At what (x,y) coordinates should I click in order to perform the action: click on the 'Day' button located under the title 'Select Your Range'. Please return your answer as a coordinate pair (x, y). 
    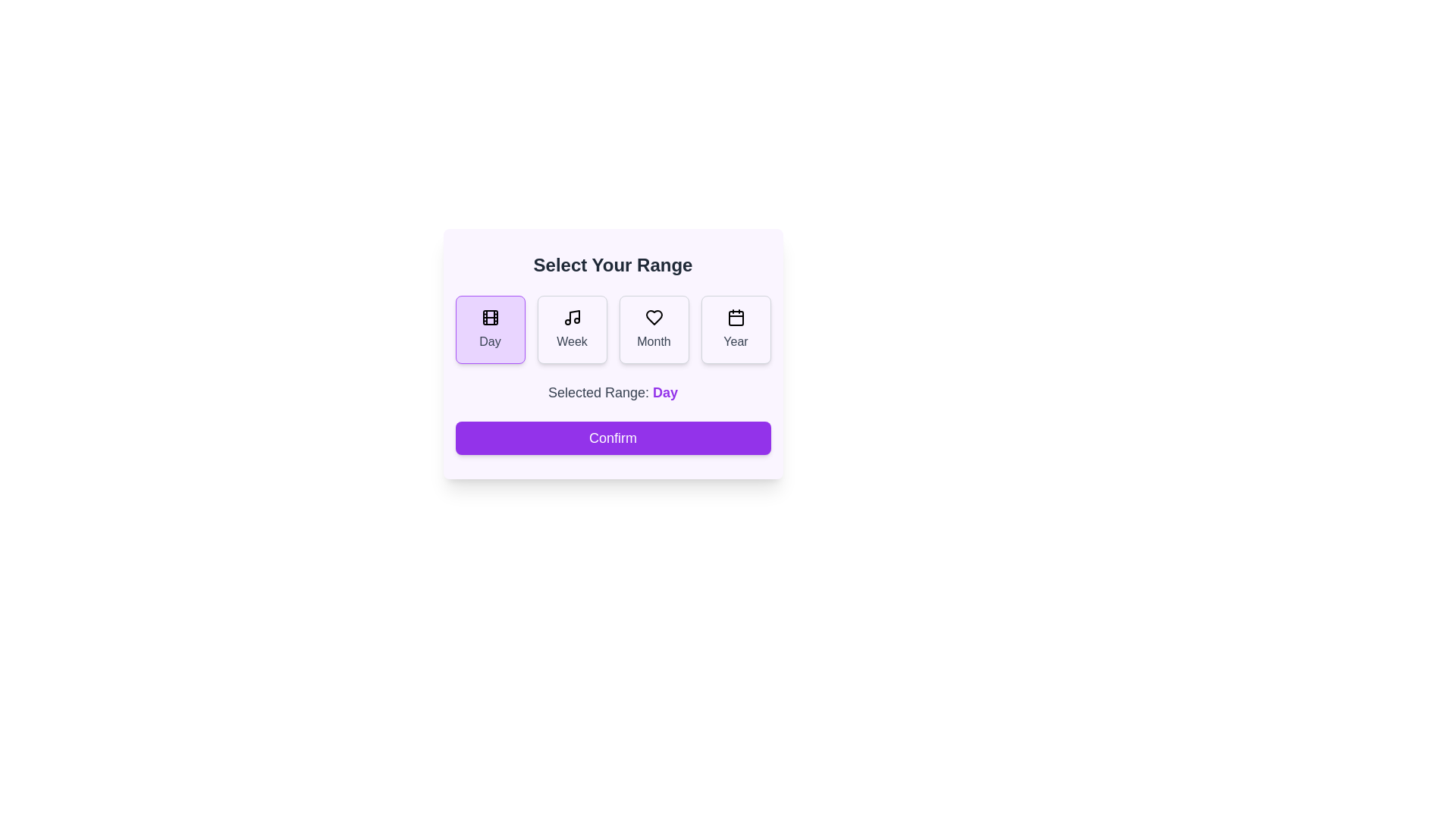
    Looking at the image, I should click on (490, 329).